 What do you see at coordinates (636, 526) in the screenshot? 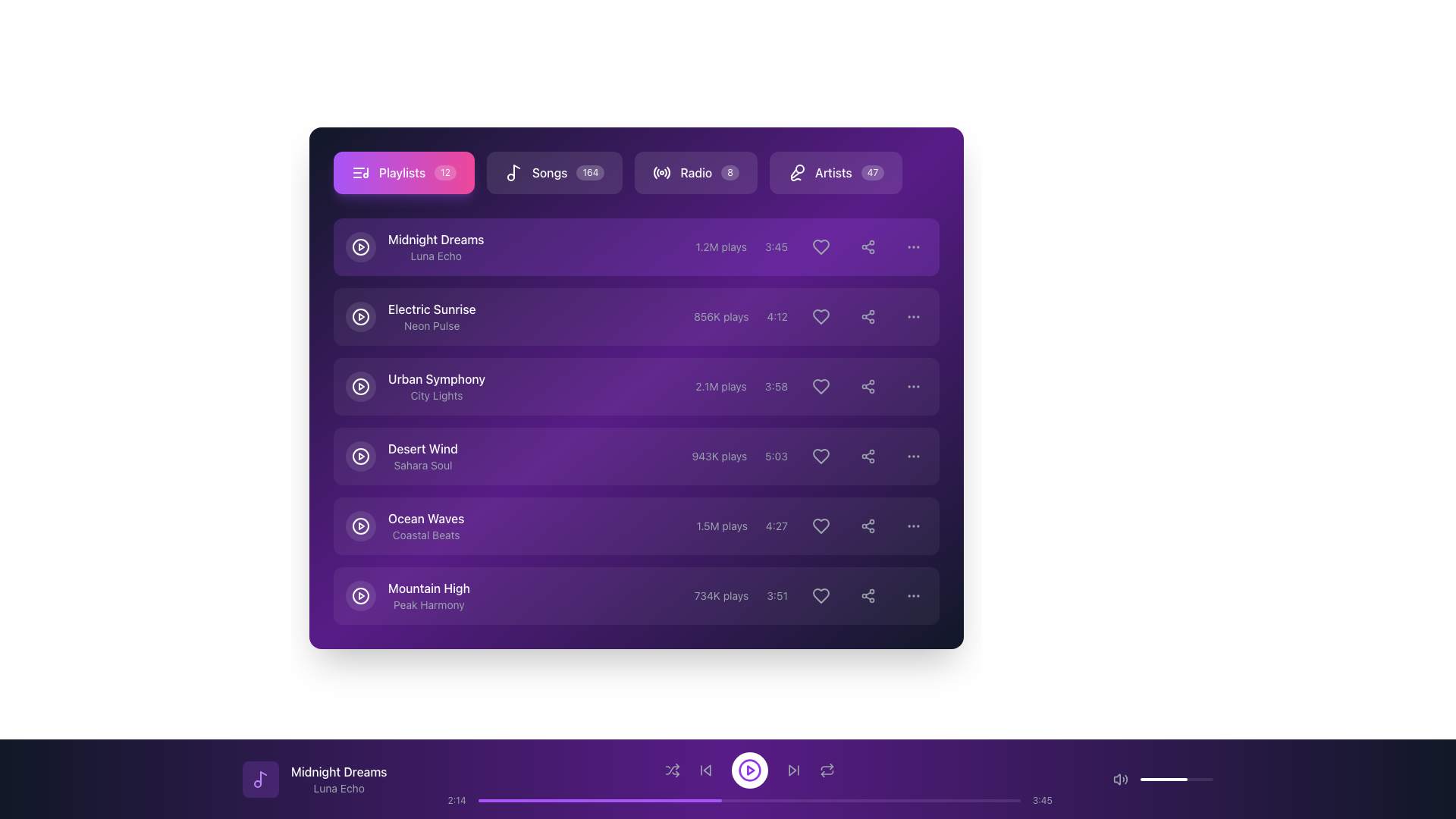
I see `the list item representing the music track 'Ocean Waves'` at bounding box center [636, 526].